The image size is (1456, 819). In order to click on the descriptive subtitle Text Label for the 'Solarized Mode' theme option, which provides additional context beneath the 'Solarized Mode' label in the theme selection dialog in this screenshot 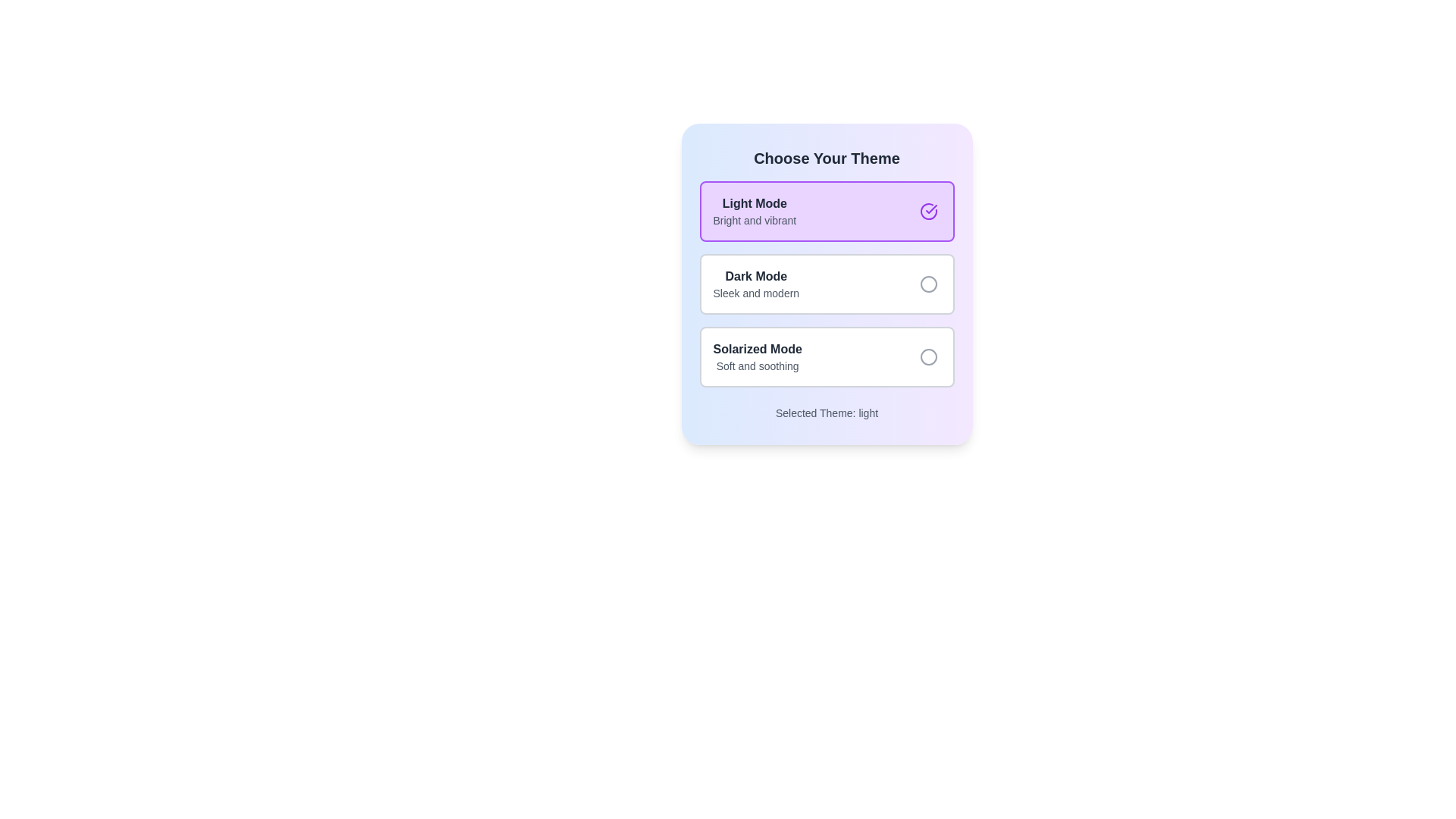, I will do `click(758, 366)`.